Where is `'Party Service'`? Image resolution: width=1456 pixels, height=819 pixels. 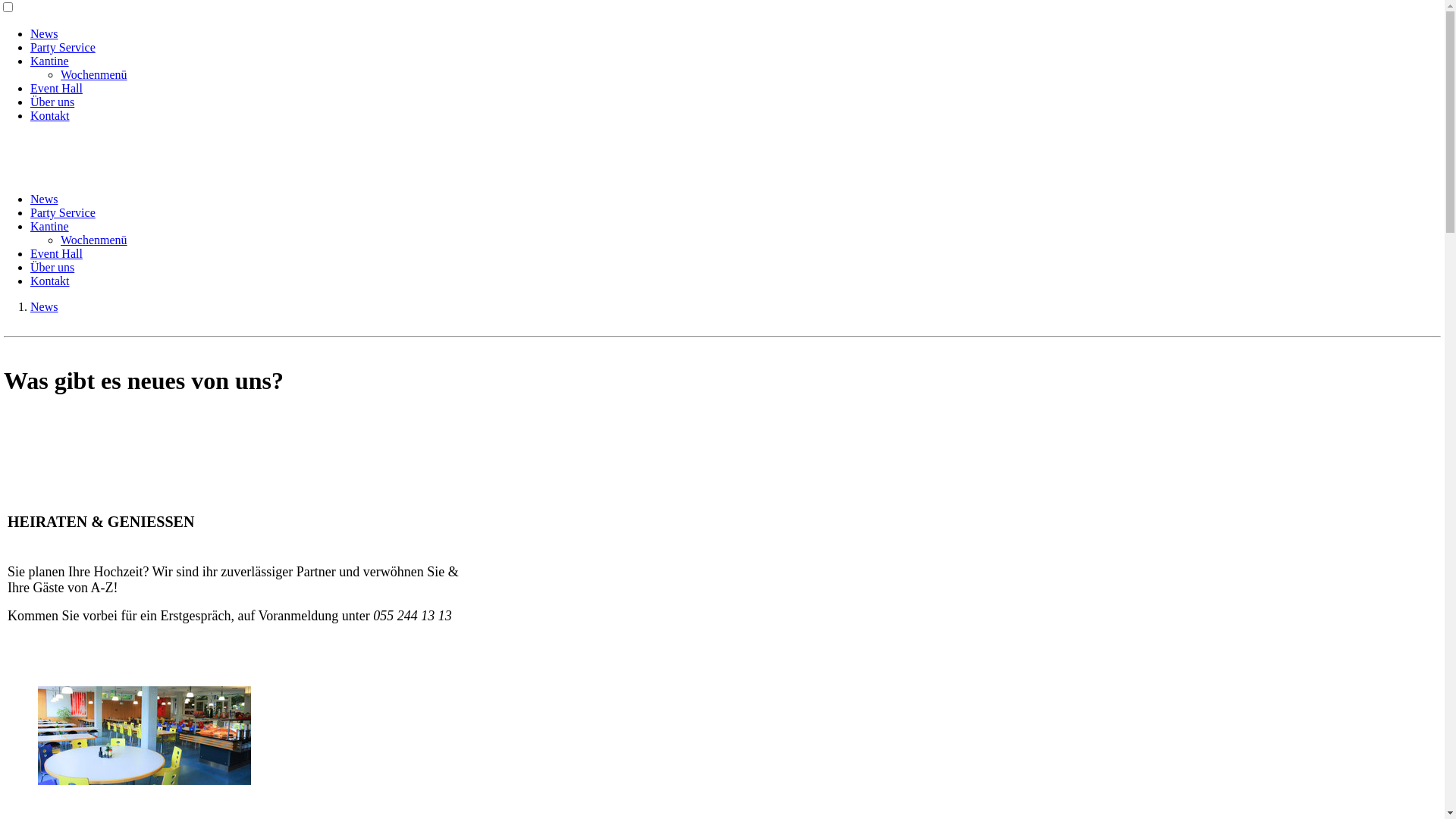
'Party Service' is located at coordinates (61, 212).